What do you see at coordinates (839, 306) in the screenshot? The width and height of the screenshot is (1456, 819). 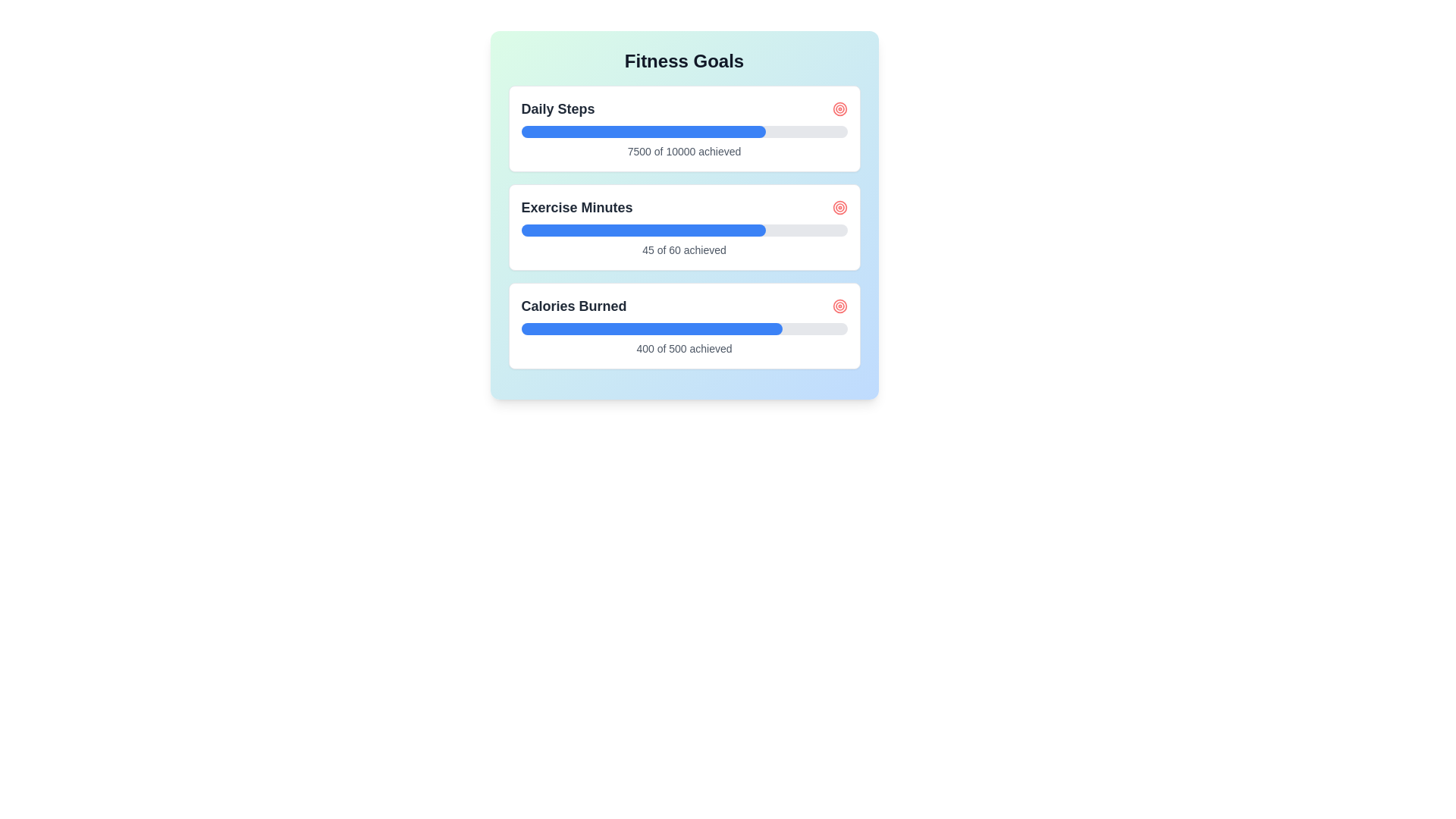 I see `the target-like icon located at the far right of the 'Calories Burned' section within the fitness goals list` at bounding box center [839, 306].